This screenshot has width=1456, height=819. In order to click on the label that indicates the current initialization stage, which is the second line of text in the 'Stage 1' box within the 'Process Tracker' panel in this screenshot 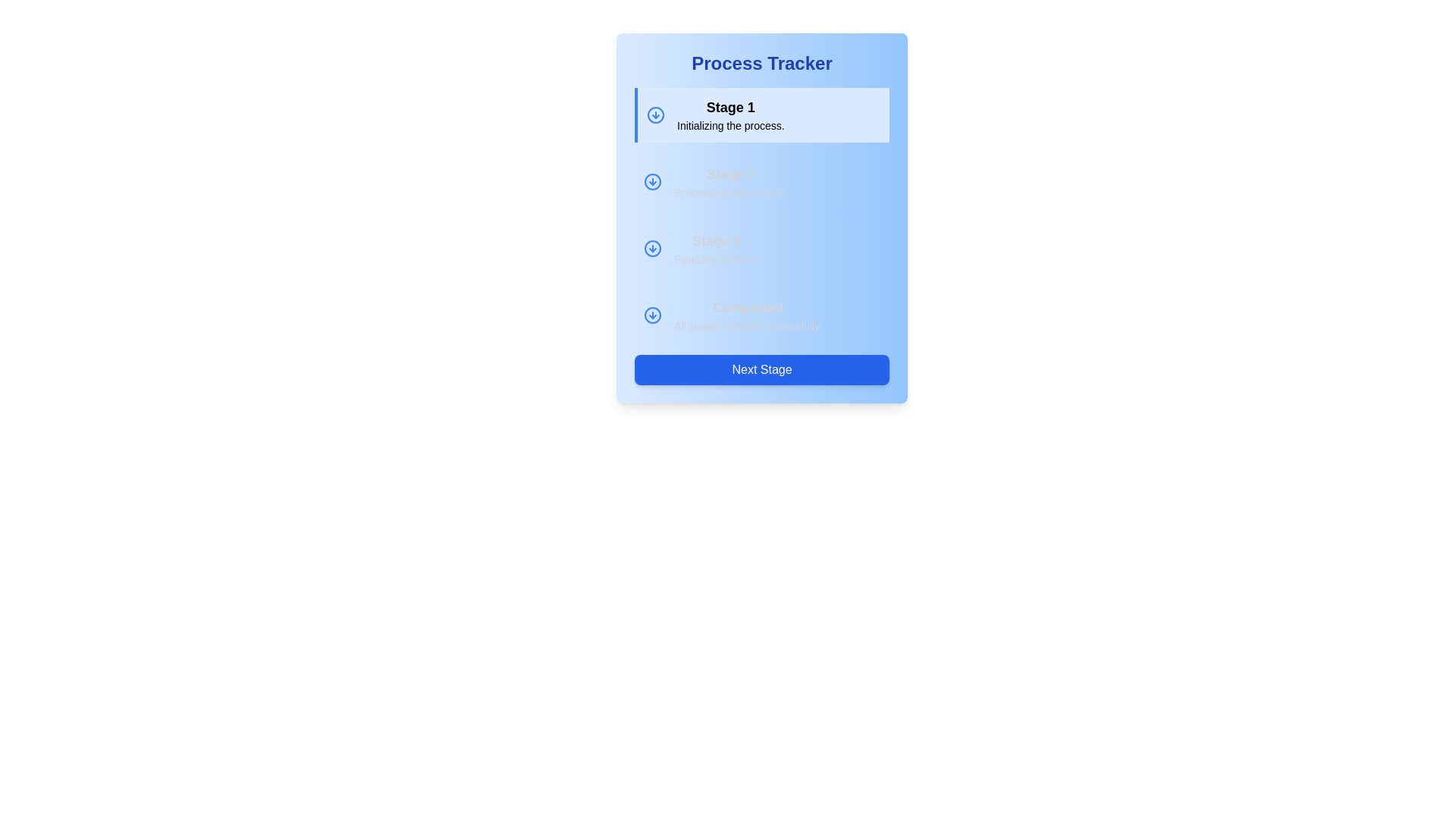, I will do `click(730, 124)`.